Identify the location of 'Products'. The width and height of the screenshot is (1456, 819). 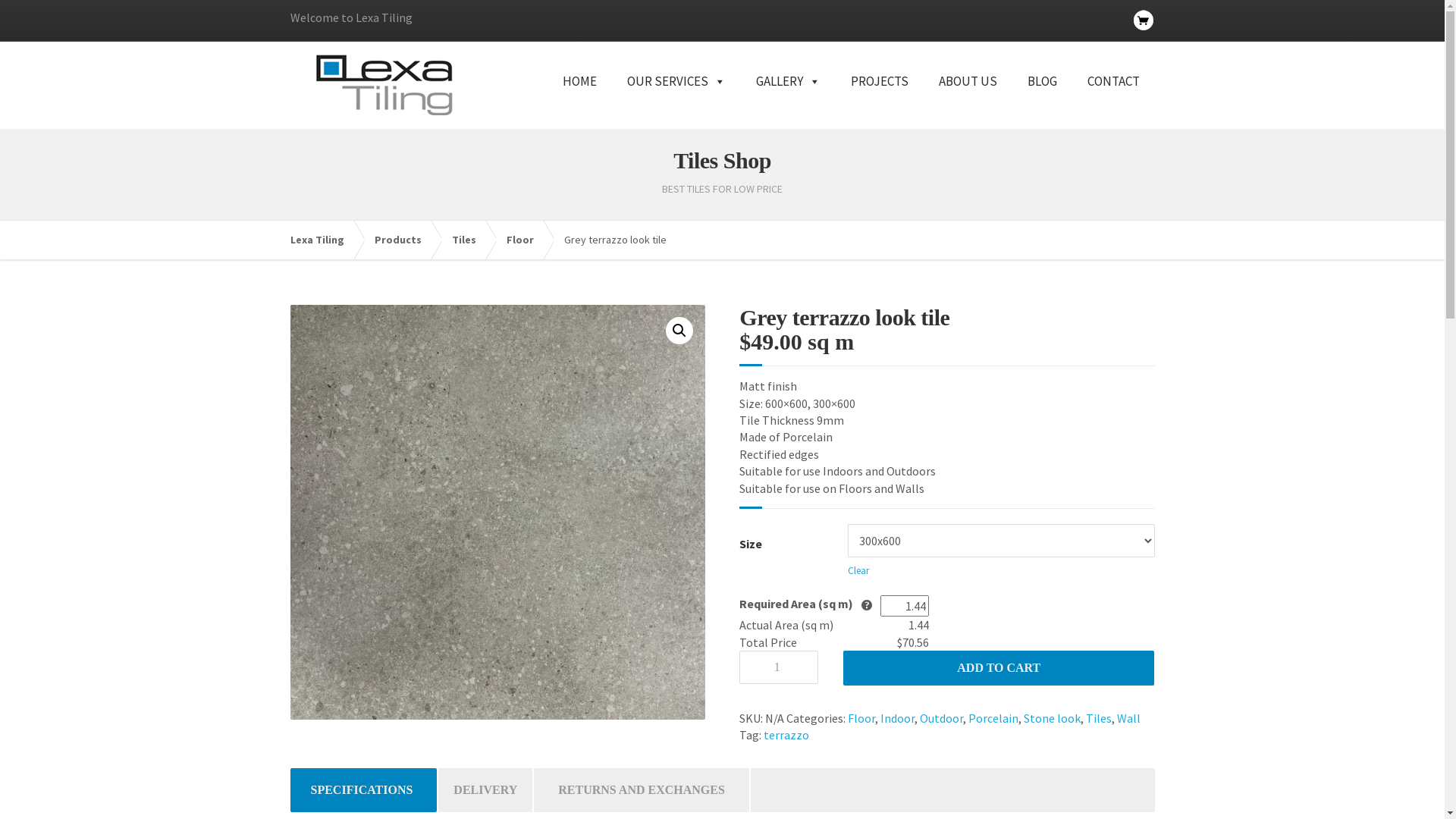
(405, 239).